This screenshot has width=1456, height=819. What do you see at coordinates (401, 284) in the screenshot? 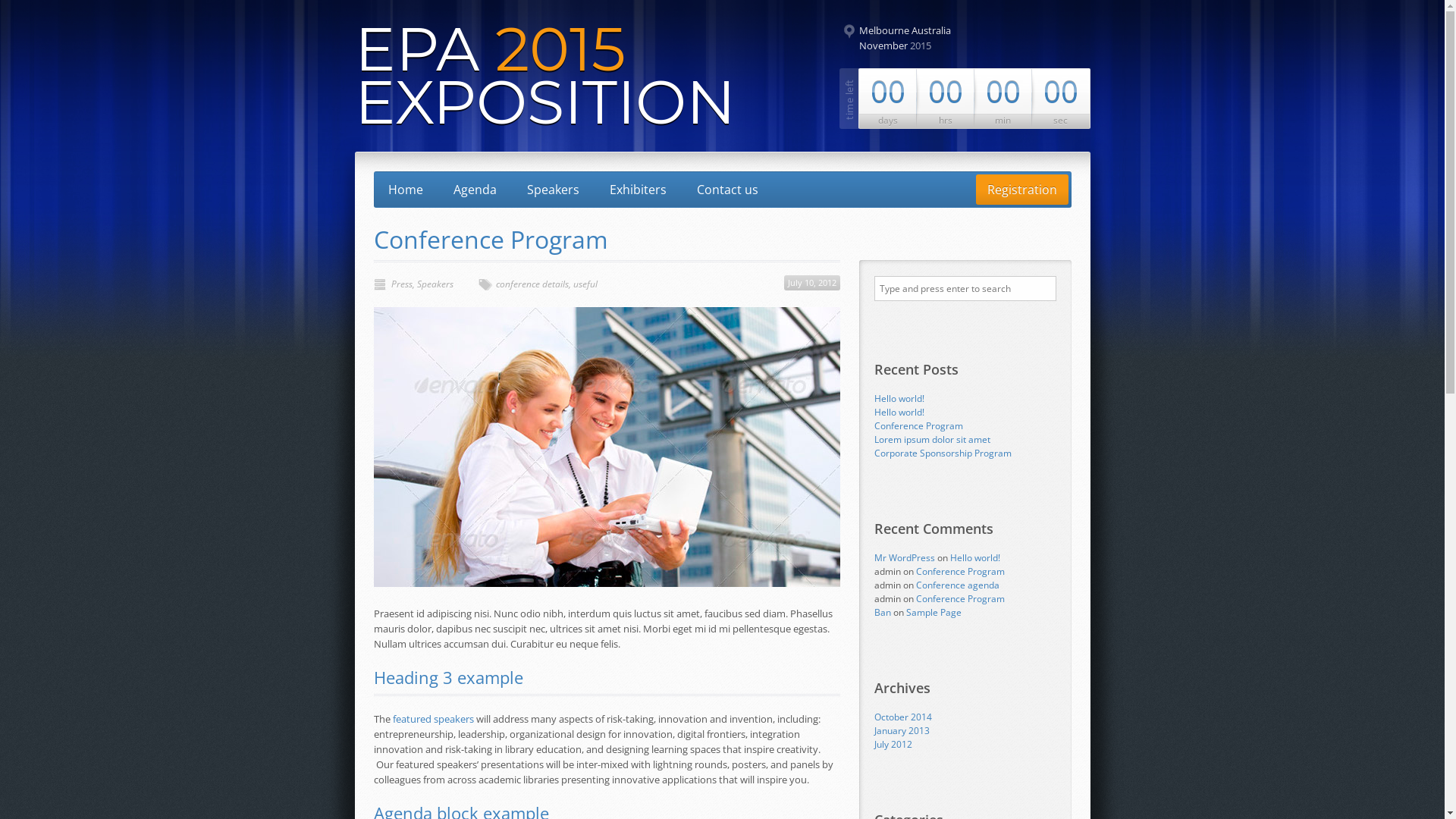
I see `'Press'` at bounding box center [401, 284].